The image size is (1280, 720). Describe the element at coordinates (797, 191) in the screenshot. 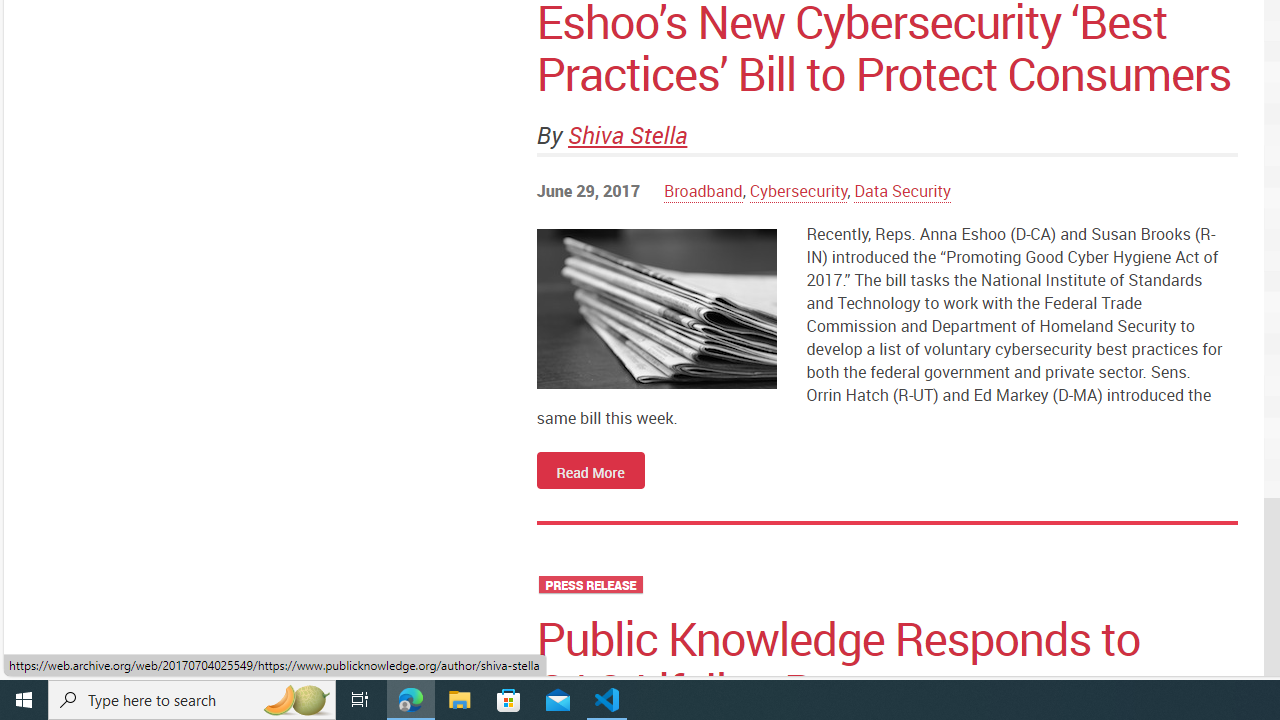

I see `'Cybersecurity'` at that location.